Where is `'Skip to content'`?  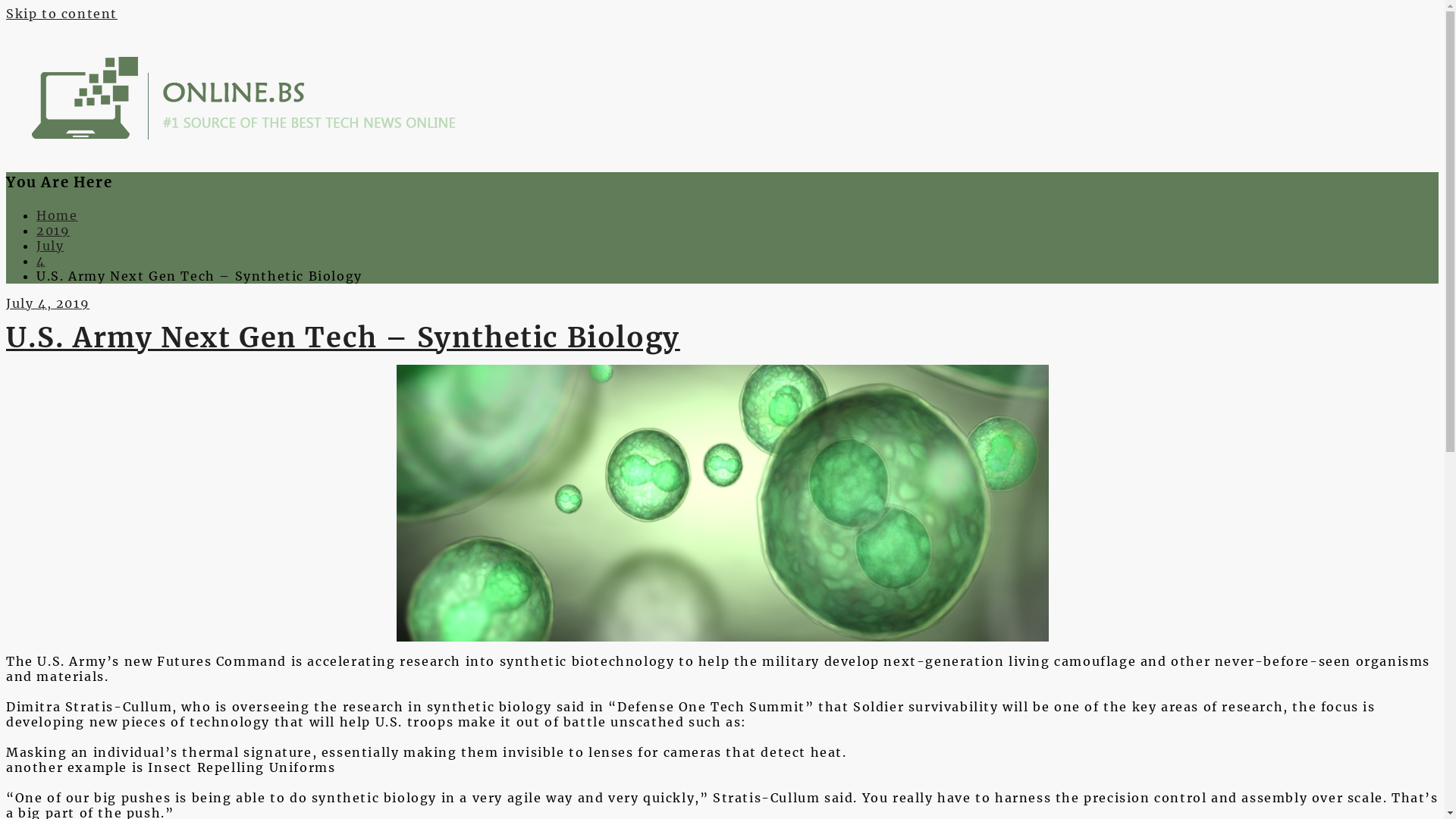
'Skip to content' is located at coordinates (6, 14).